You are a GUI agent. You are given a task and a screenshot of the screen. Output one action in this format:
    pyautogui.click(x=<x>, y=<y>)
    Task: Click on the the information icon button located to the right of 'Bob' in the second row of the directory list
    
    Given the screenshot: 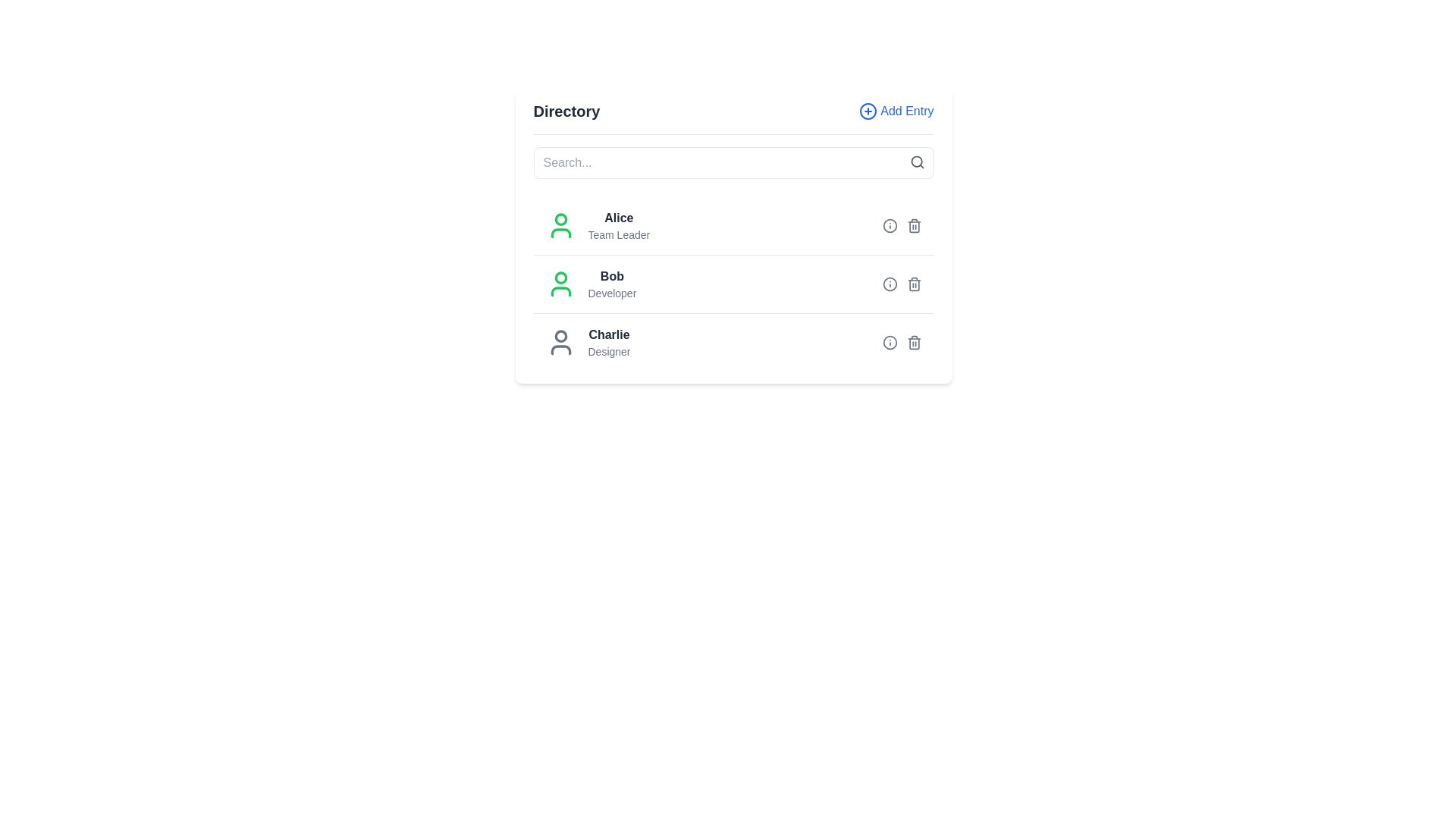 What is the action you would take?
    pyautogui.click(x=890, y=284)
    